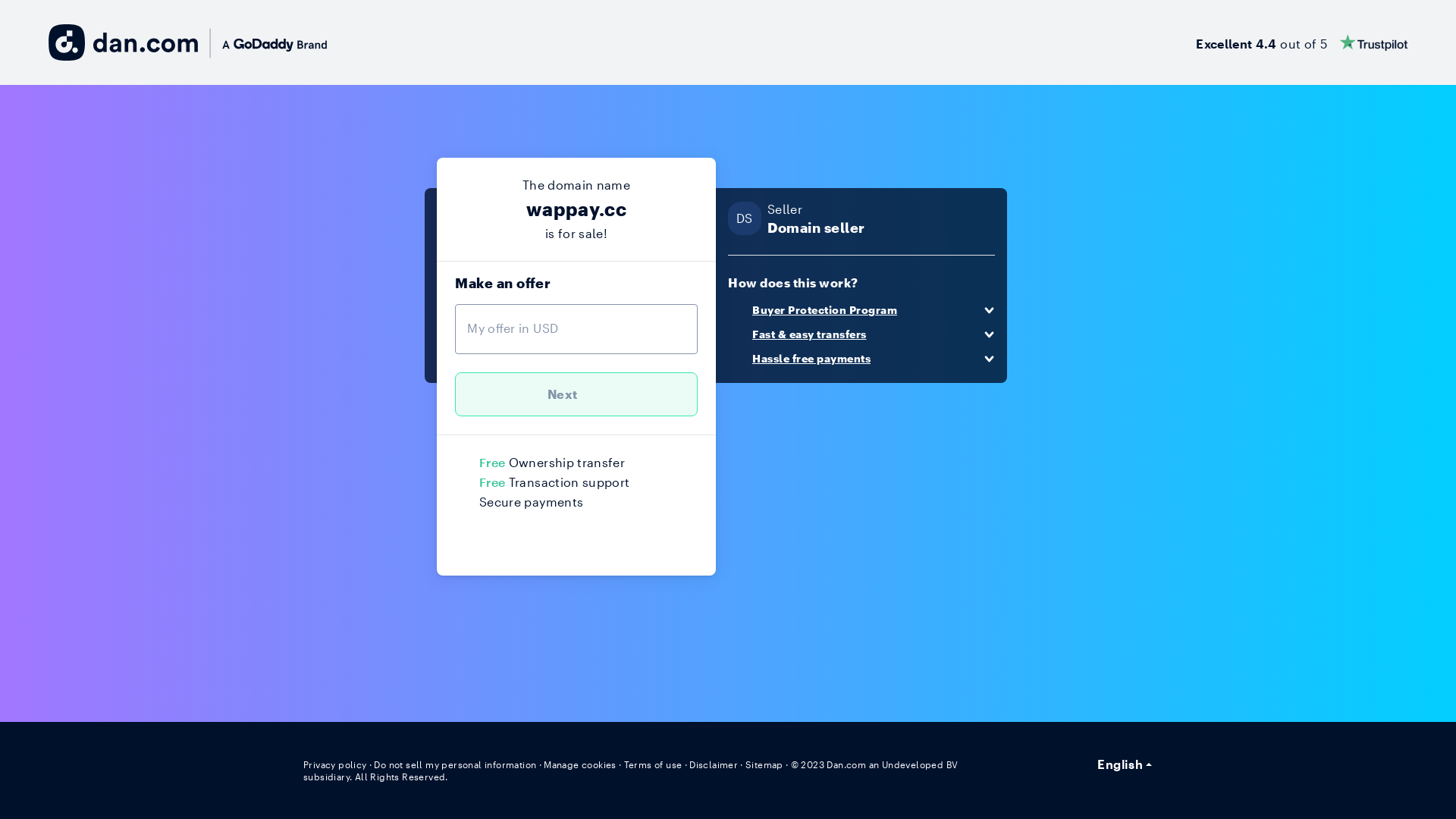 The image size is (1456, 819). I want to click on 'Sitemap', so click(726, 764).